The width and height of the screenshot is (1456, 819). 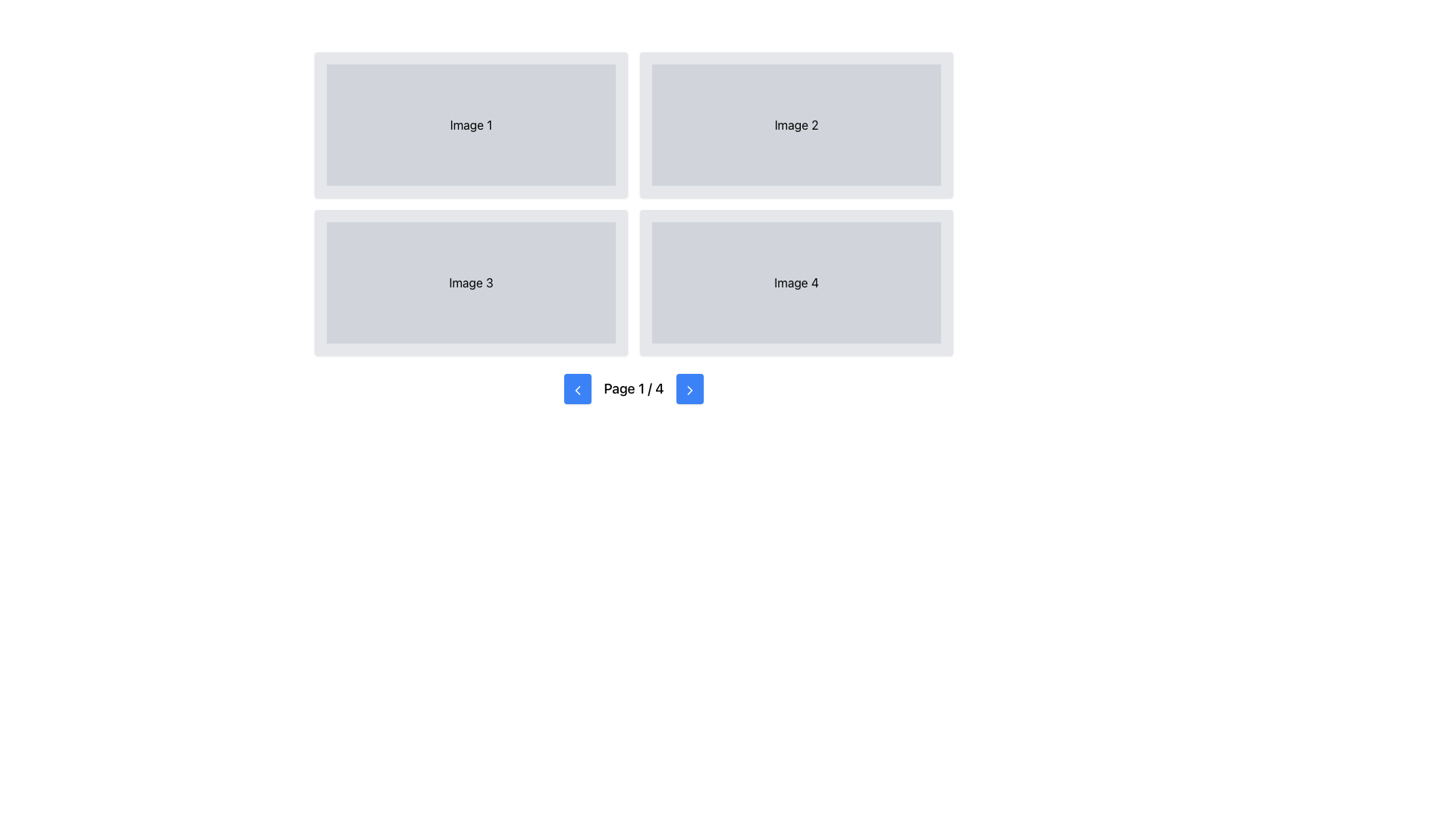 What do you see at coordinates (470, 283) in the screenshot?
I see `the Static display card representing 'Image 3', located in the second row and first column of a 2x2 grid layout` at bounding box center [470, 283].